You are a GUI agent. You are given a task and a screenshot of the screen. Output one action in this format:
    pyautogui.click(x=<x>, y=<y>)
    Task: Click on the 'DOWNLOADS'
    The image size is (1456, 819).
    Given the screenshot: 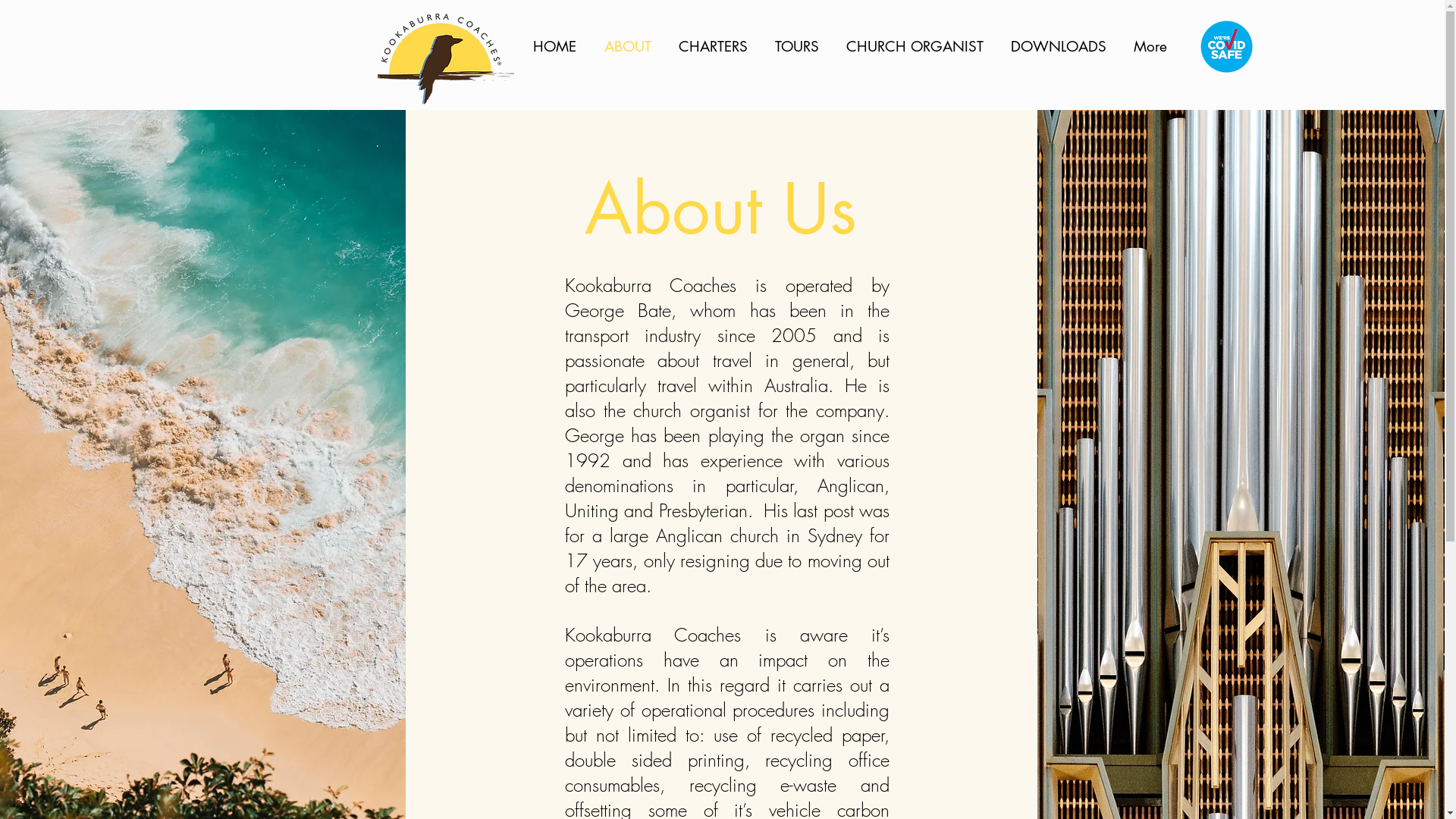 What is the action you would take?
    pyautogui.click(x=1059, y=45)
    